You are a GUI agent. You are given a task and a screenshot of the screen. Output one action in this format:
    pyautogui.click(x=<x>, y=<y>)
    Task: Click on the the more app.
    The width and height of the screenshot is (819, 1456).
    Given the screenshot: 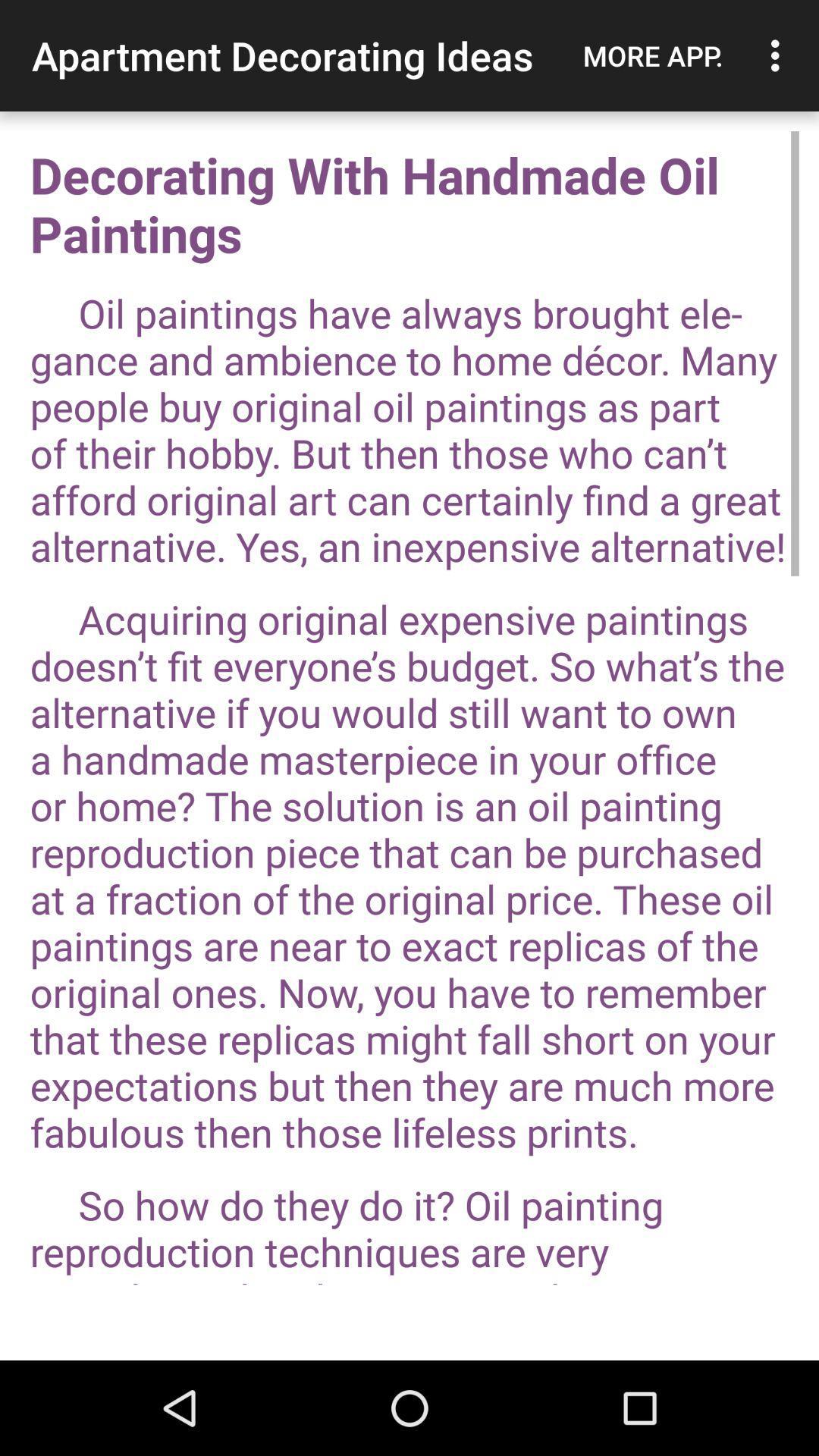 What is the action you would take?
    pyautogui.click(x=652, y=55)
    